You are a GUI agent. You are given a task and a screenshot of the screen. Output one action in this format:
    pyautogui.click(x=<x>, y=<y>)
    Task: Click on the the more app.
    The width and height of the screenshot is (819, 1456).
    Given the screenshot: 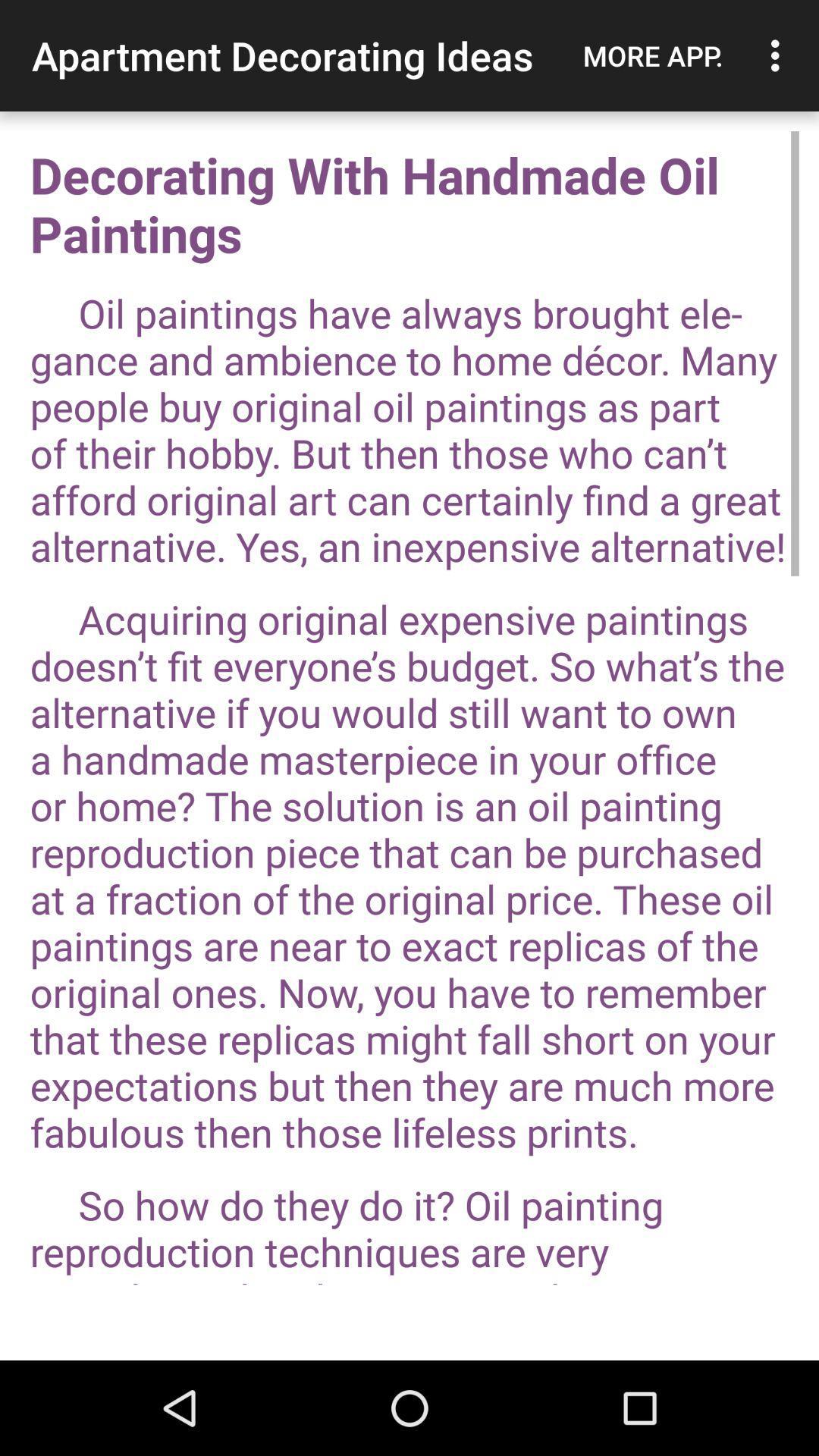 What is the action you would take?
    pyautogui.click(x=652, y=55)
    